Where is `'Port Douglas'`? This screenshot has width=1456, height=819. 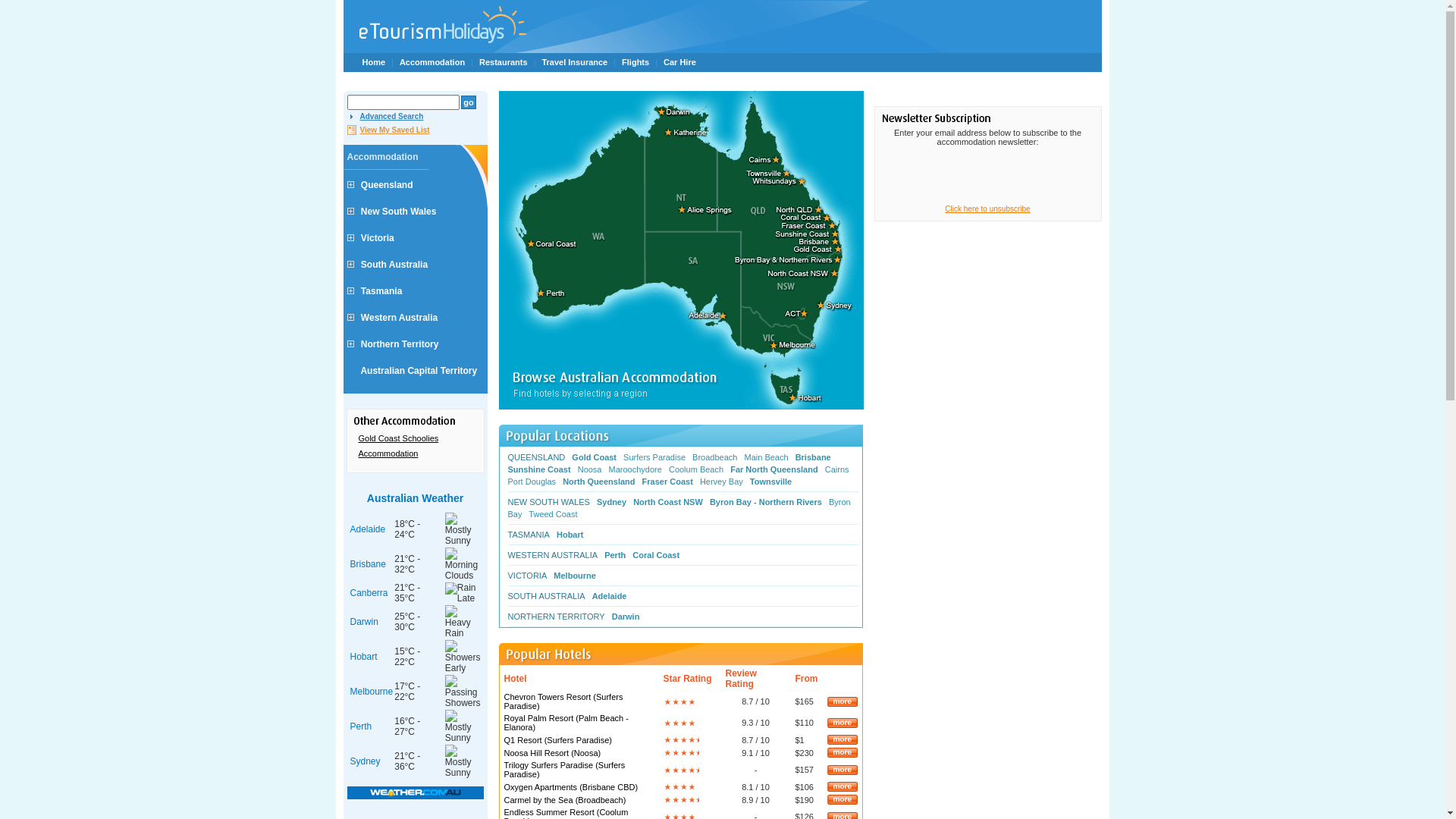 'Port Douglas' is located at coordinates (535, 482).